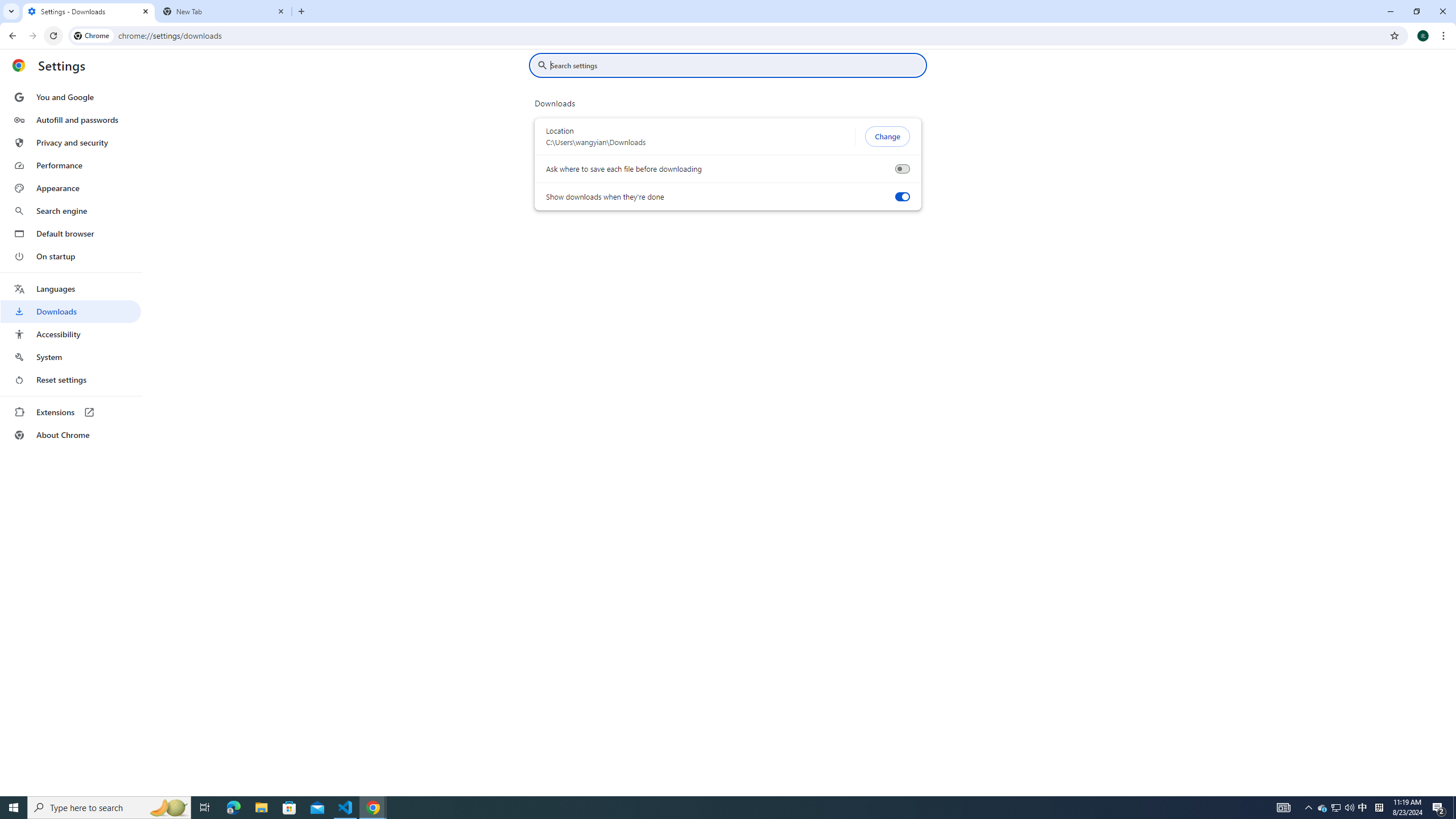 Image resolution: width=1456 pixels, height=819 pixels. Describe the element at coordinates (70, 333) in the screenshot. I see `'Accessibility'` at that location.